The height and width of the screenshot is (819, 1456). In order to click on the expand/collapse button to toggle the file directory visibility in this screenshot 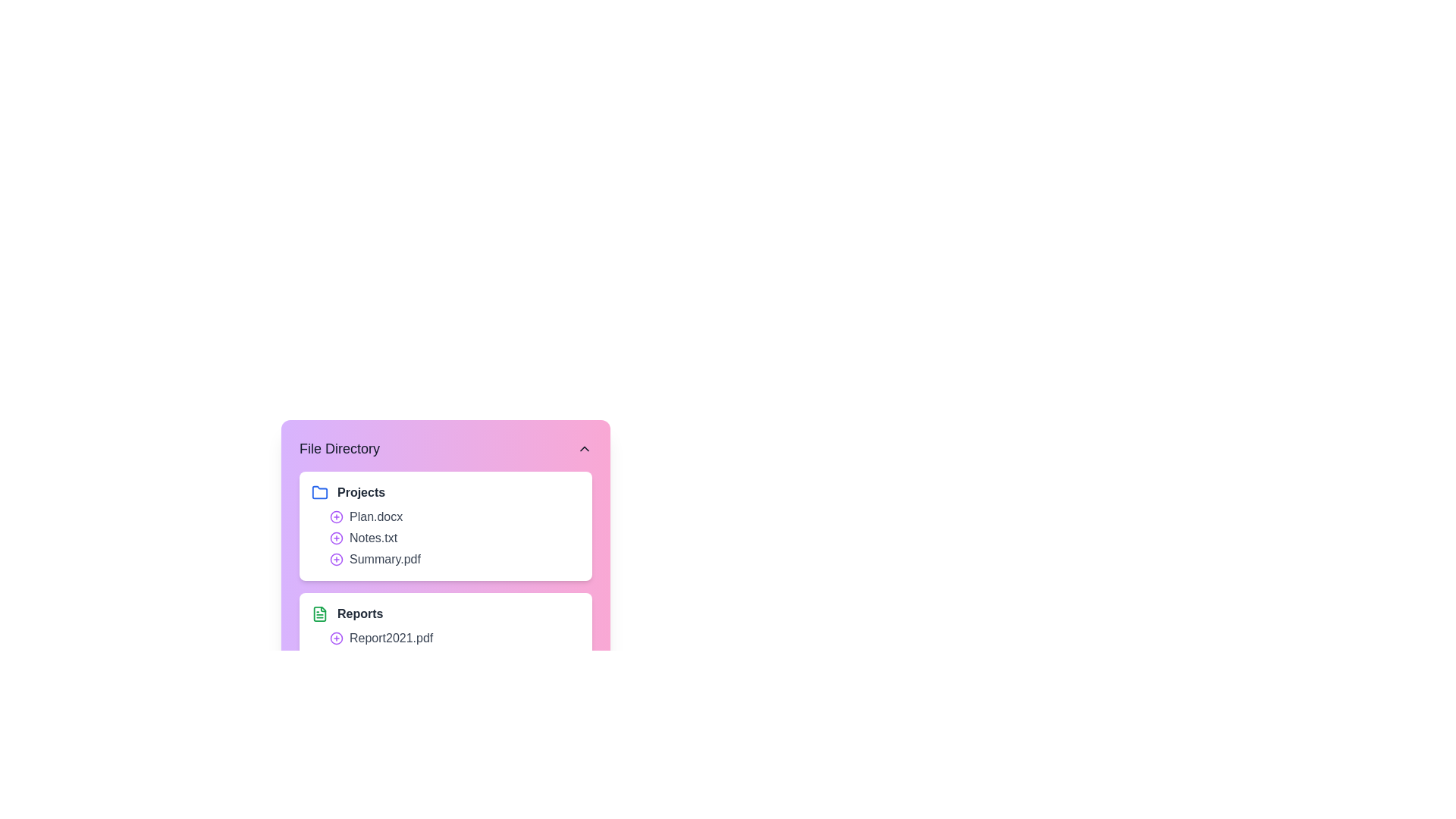, I will do `click(584, 447)`.